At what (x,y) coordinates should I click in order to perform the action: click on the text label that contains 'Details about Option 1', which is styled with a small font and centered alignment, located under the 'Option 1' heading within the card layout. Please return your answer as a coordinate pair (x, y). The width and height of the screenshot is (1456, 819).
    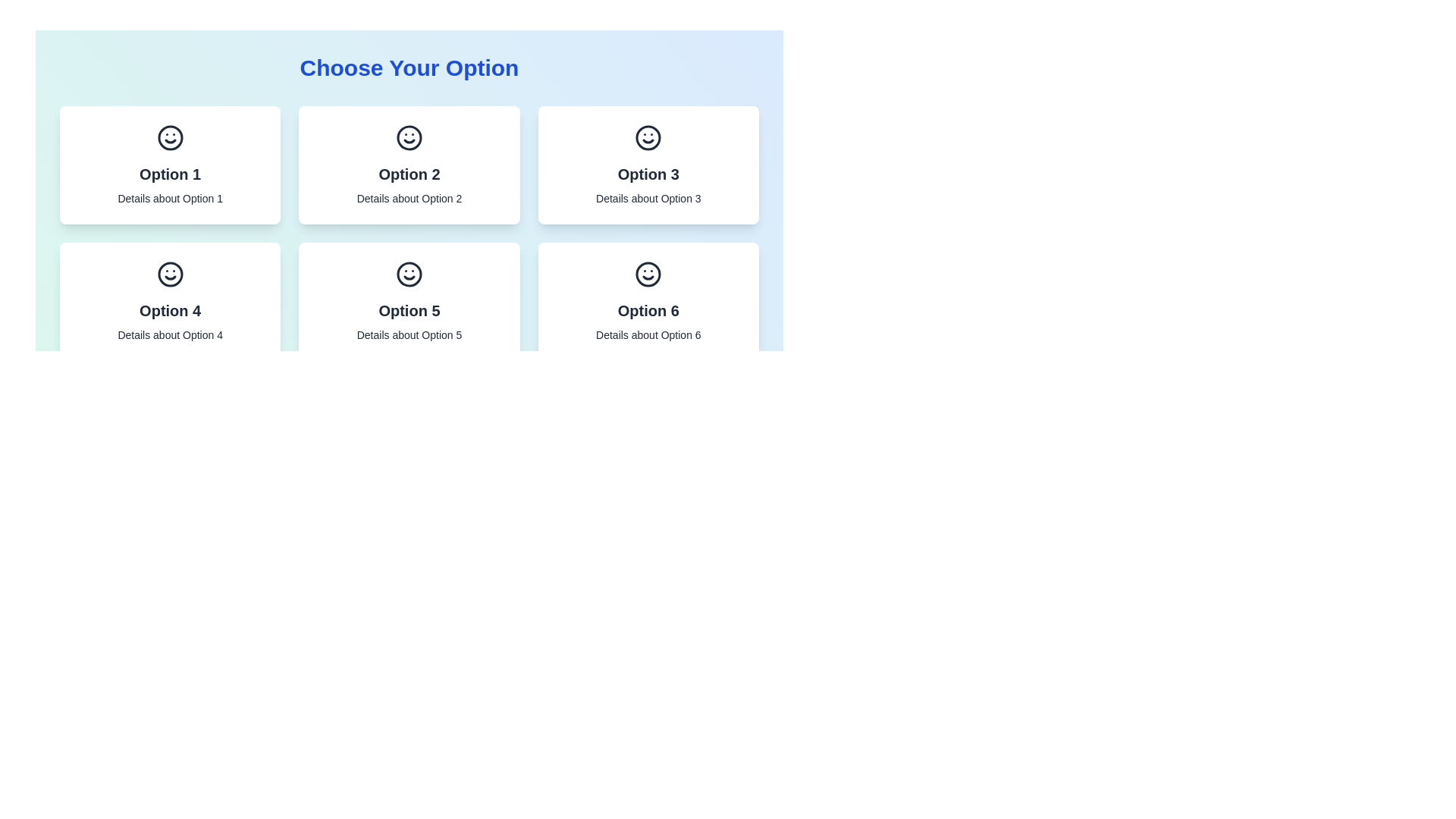
    Looking at the image, I should click on (170, 198).